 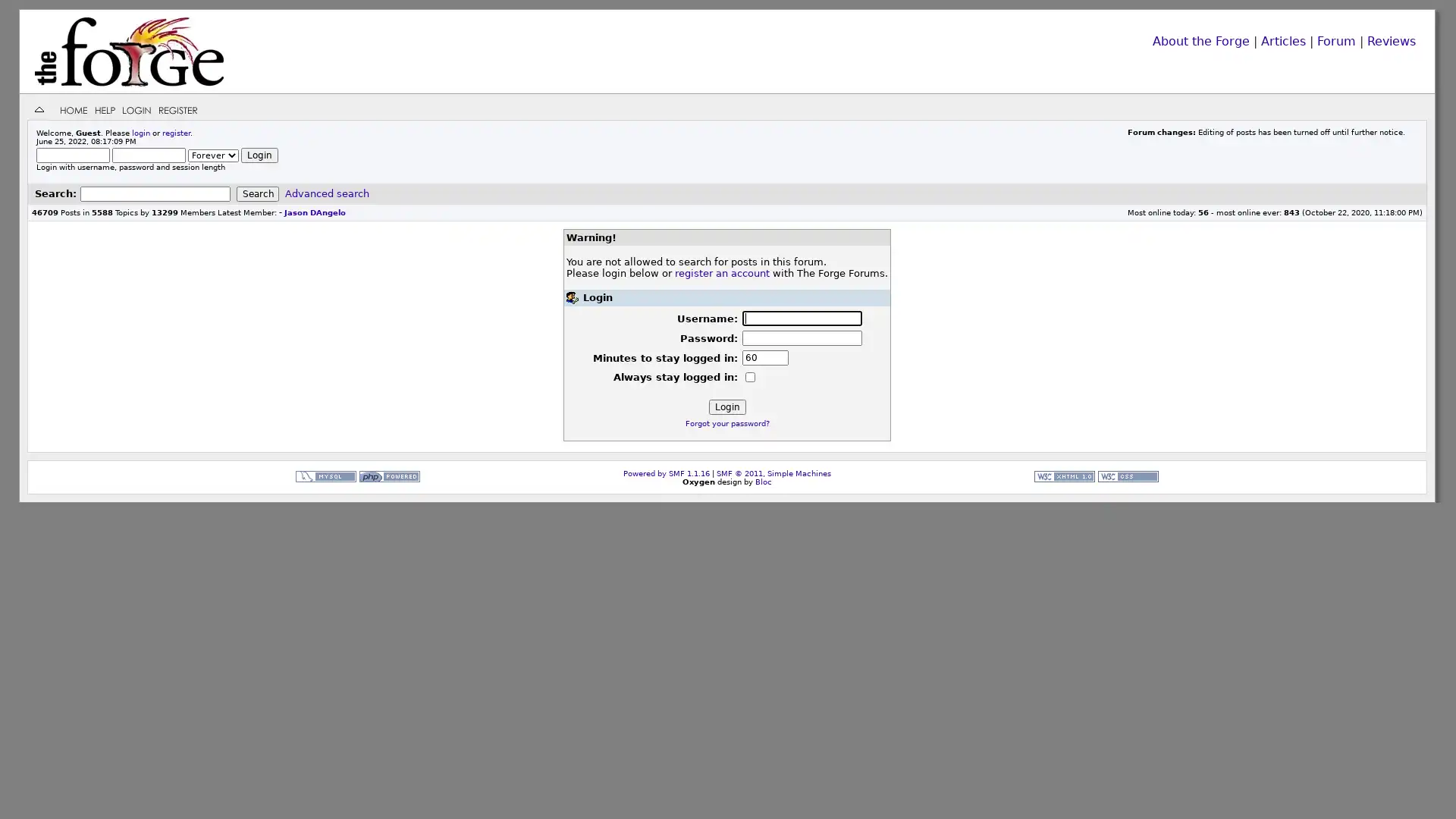 What do you see at coordinates (259, 155) in the screenshot?
I see `Login` at bounding box center [259, 155].